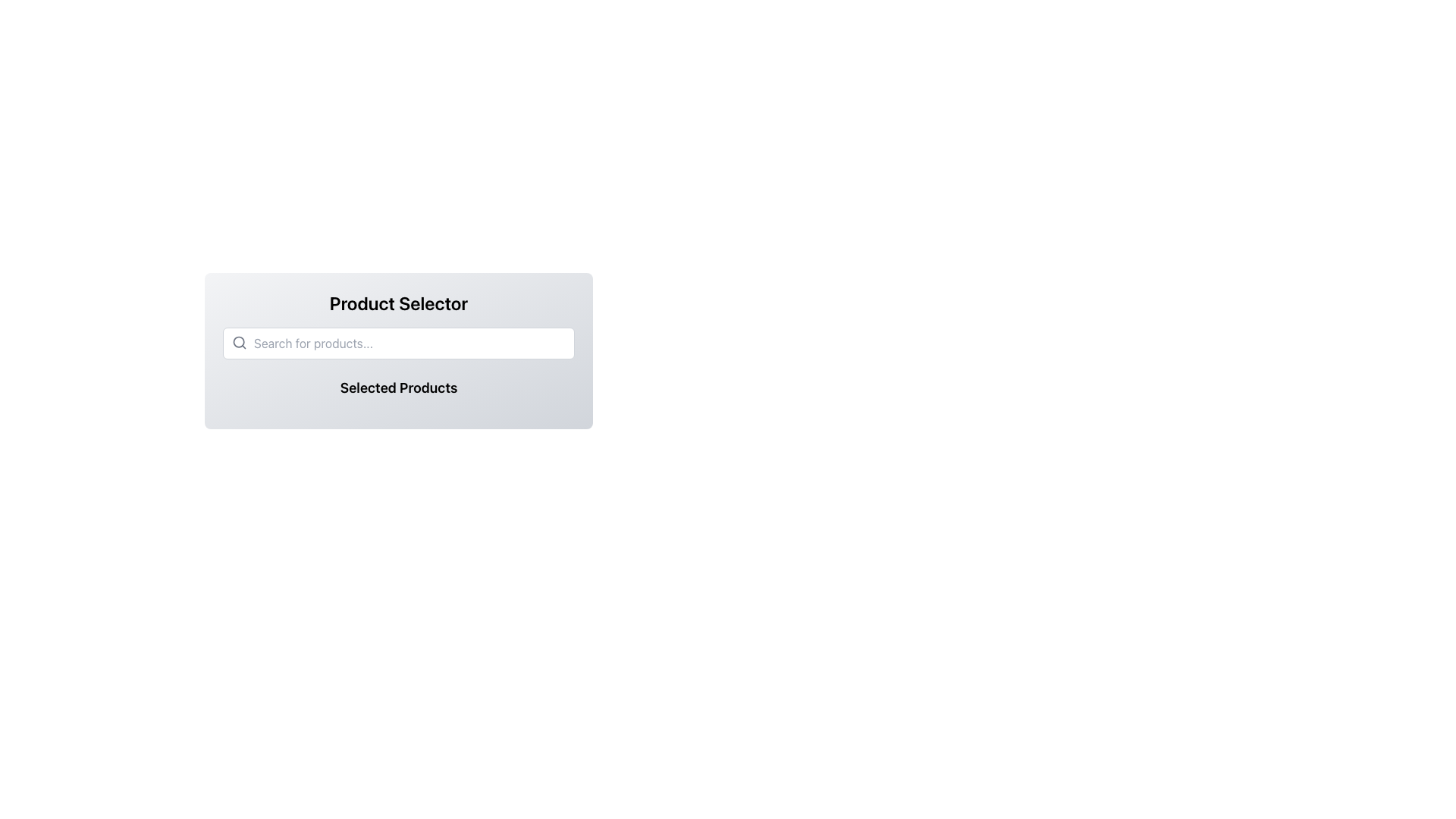 The height and width of the screenshot is (819, 1456). Describe the element at coordinates (239, 342) in the screenshot. I see `the Decorative Icon resembling a magnifying glass, which is outlined in gray and positioned to the left of the 'Search for products...' placeholder text in the text input field` at that location.